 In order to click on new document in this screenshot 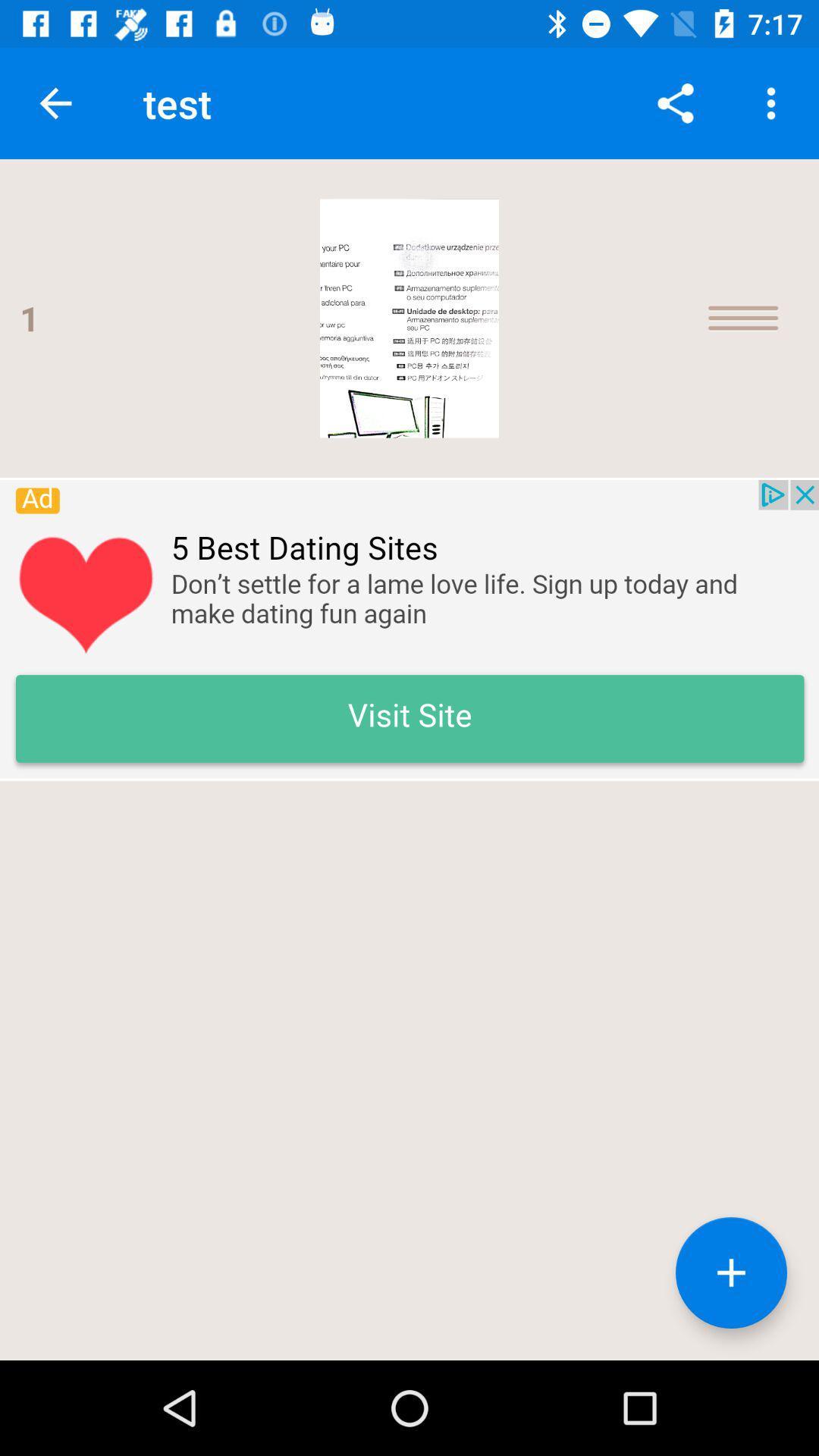, I will do `click(730, 1272)`.